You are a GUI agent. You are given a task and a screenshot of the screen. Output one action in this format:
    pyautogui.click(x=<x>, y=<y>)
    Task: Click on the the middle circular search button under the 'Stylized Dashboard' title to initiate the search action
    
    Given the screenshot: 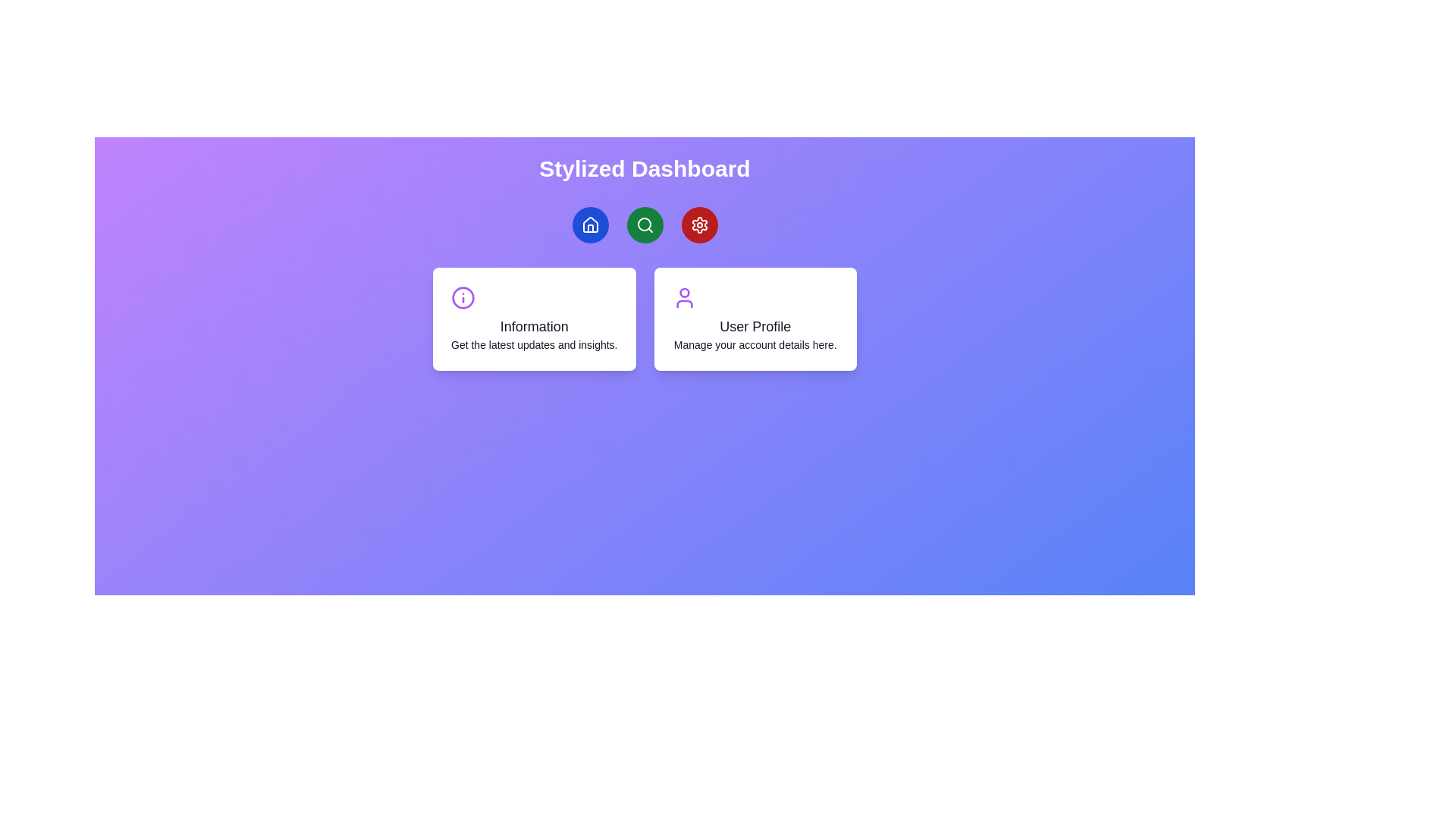 What is the action you would take?
    pyautogui.click(x=645, y=225)
    